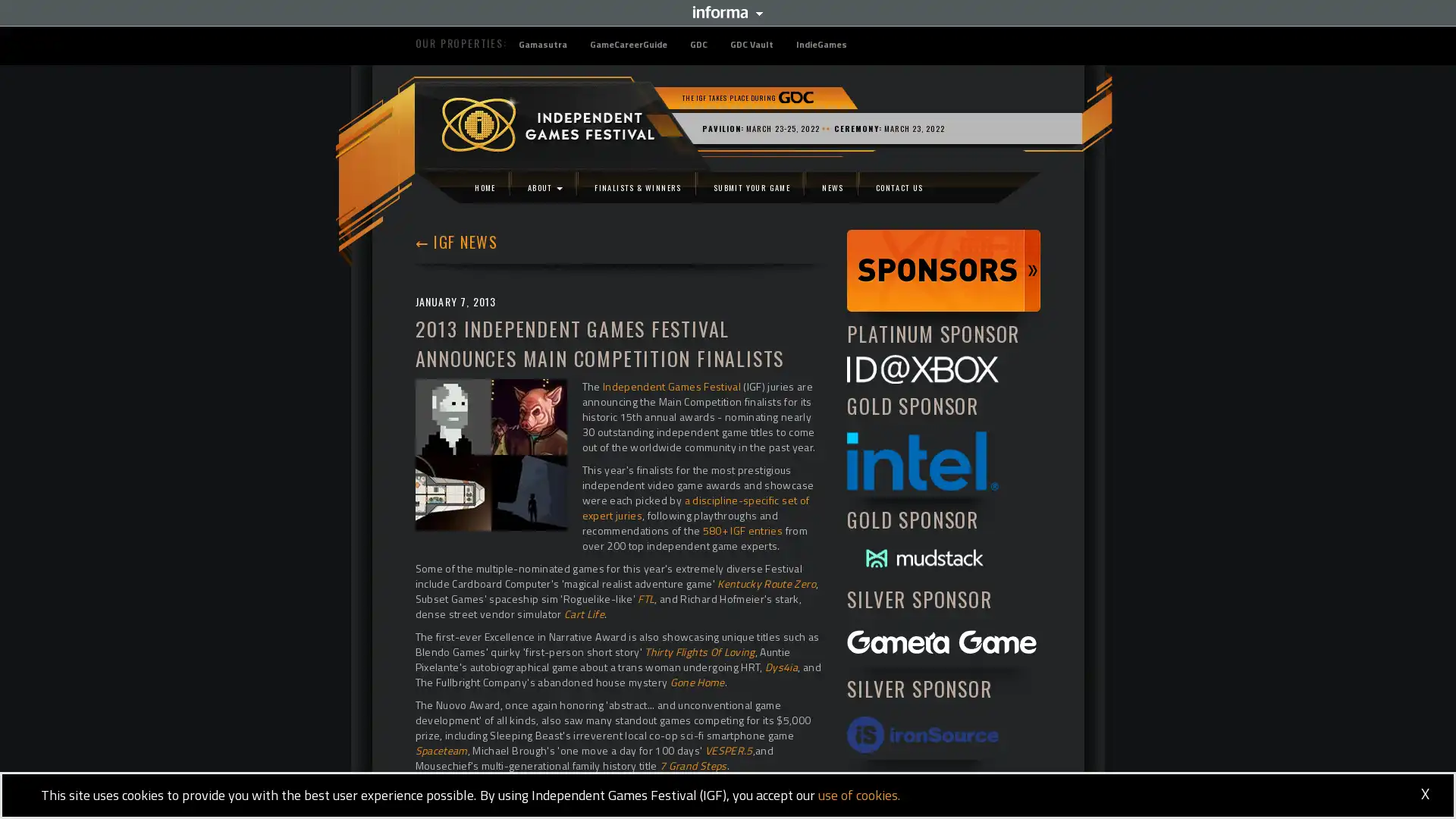 The width and height of the screenshot is (1456, 819). What do you see at coordinates (728, 11) in the screenshot?
I see `Informa` at bounding box center [728, 11].